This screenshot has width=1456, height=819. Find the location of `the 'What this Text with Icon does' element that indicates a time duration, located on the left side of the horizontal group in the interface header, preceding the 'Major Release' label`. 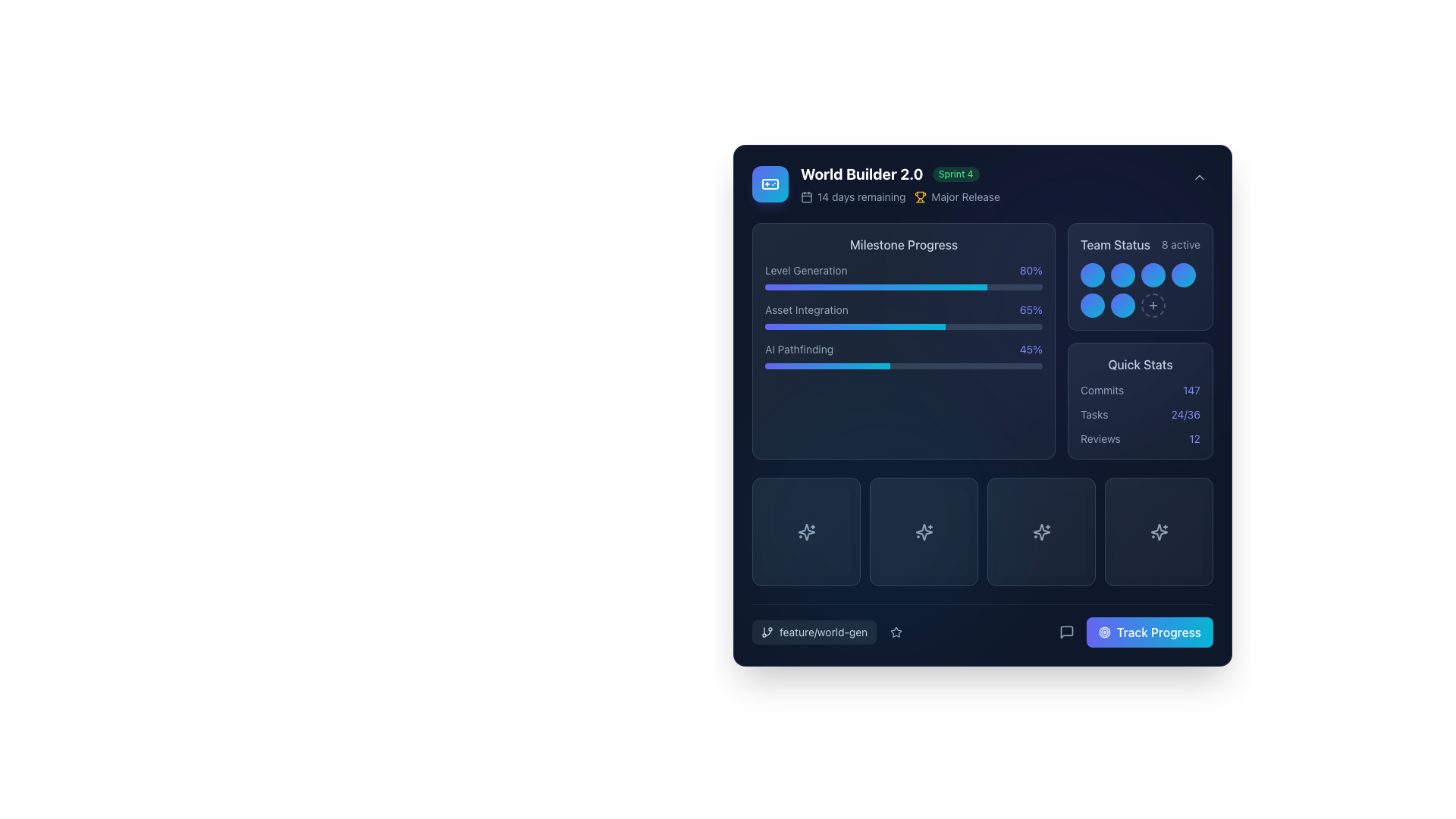

the 'What this Text with Icon does' element that indicates a time duration, located on the left side of the horizontal group in the interface header, preceding the 'Major Release' label is located at coordinates (853, 196).